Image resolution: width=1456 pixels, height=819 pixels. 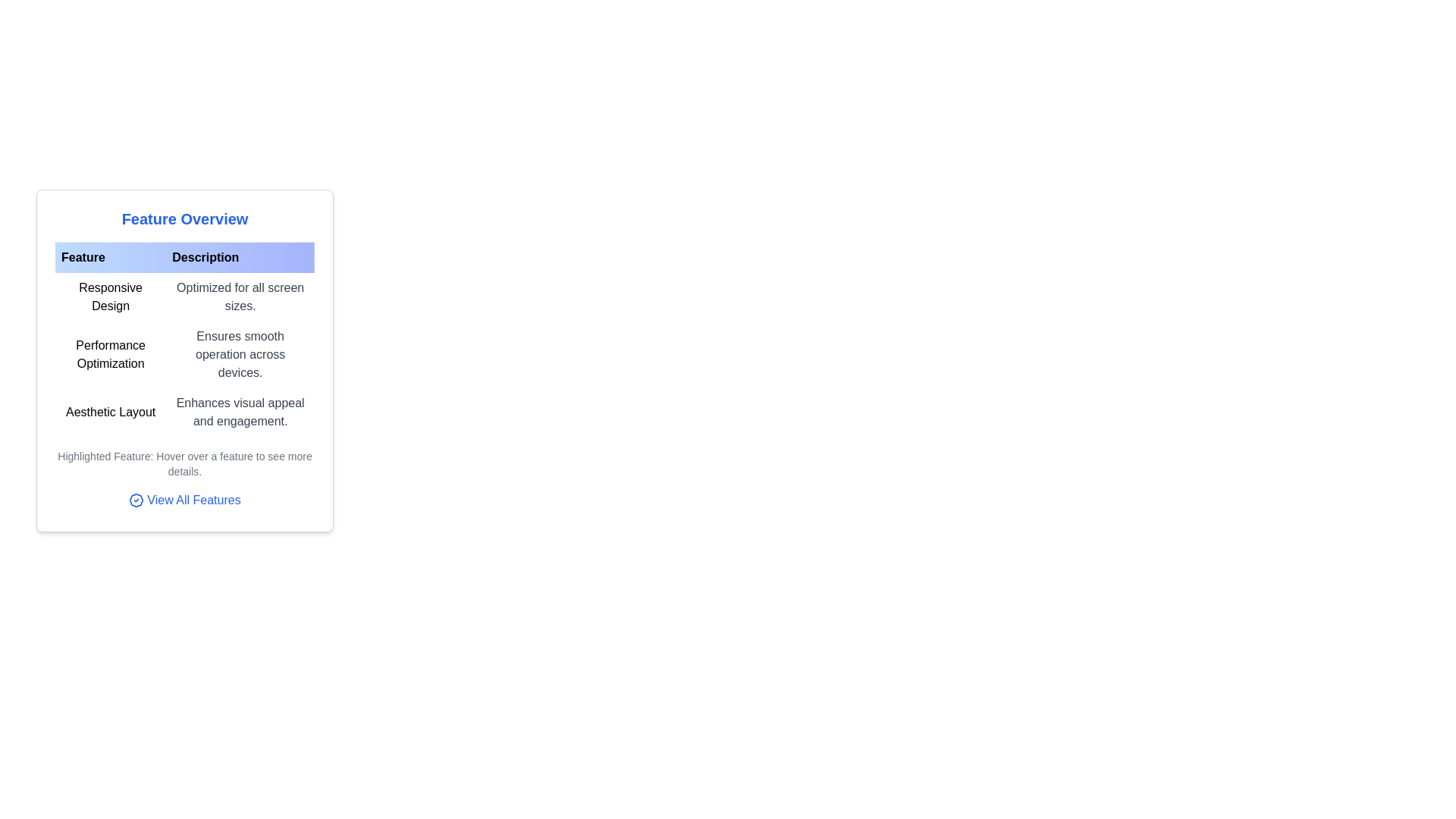 I want to click on the Text Block titled 'Aesthetic Layout' which describes 'Enhances visual appeal and engagement.' located in the bottom section of the layout, so click(x=184, y=412).